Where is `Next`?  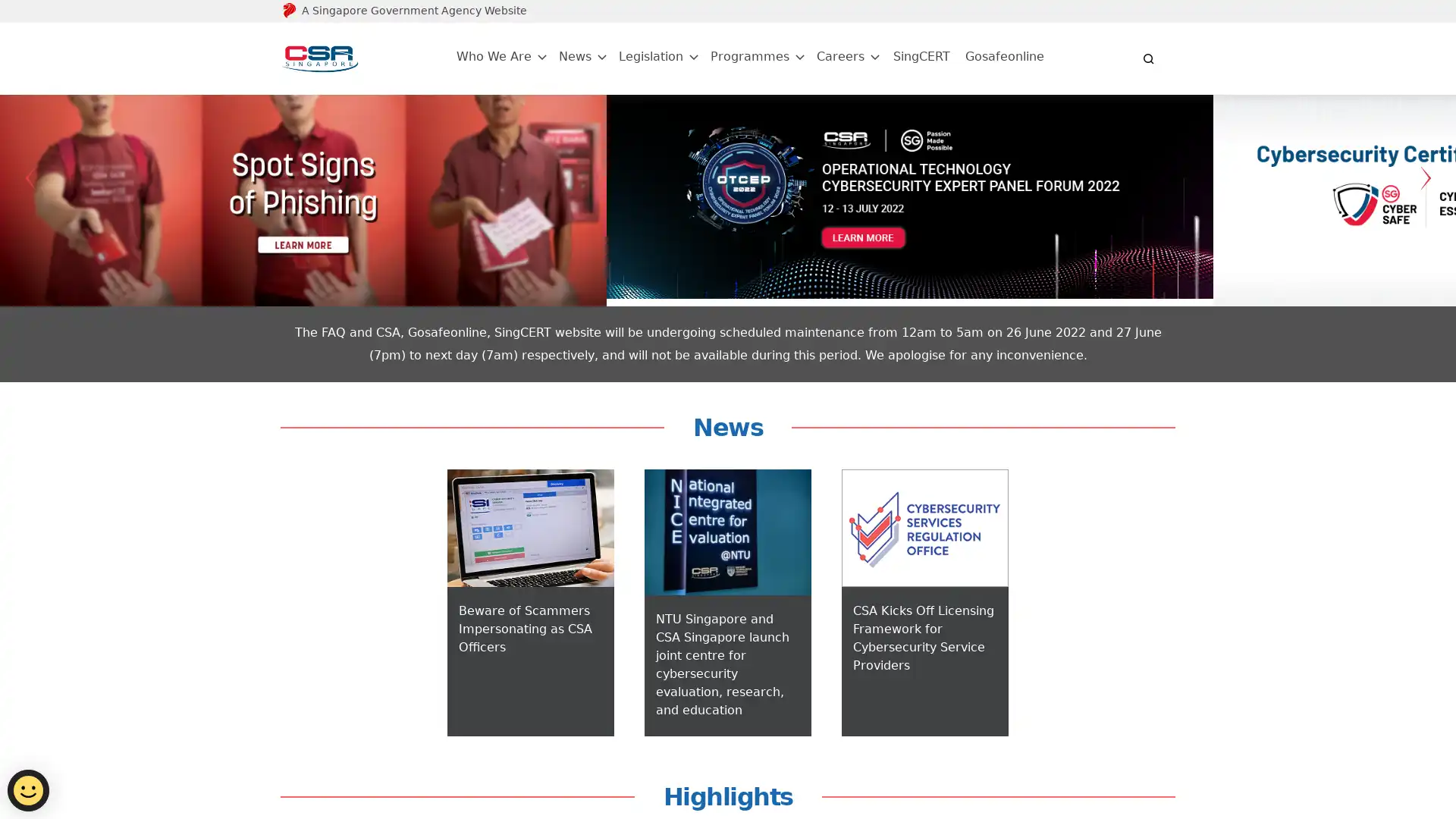 Next is located at coordinates (1425, 212).